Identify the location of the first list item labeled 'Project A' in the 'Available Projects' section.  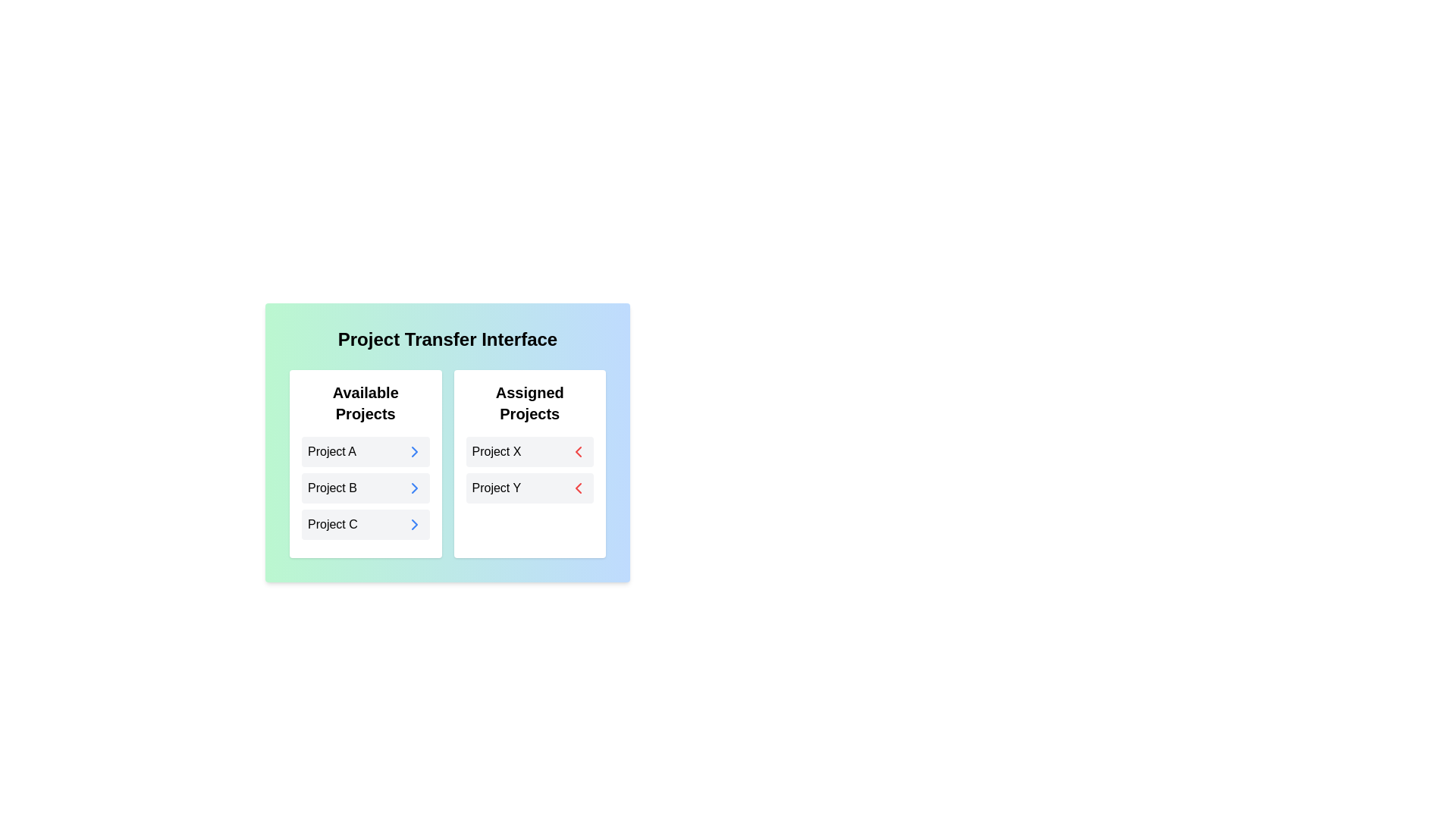
(366, 451).